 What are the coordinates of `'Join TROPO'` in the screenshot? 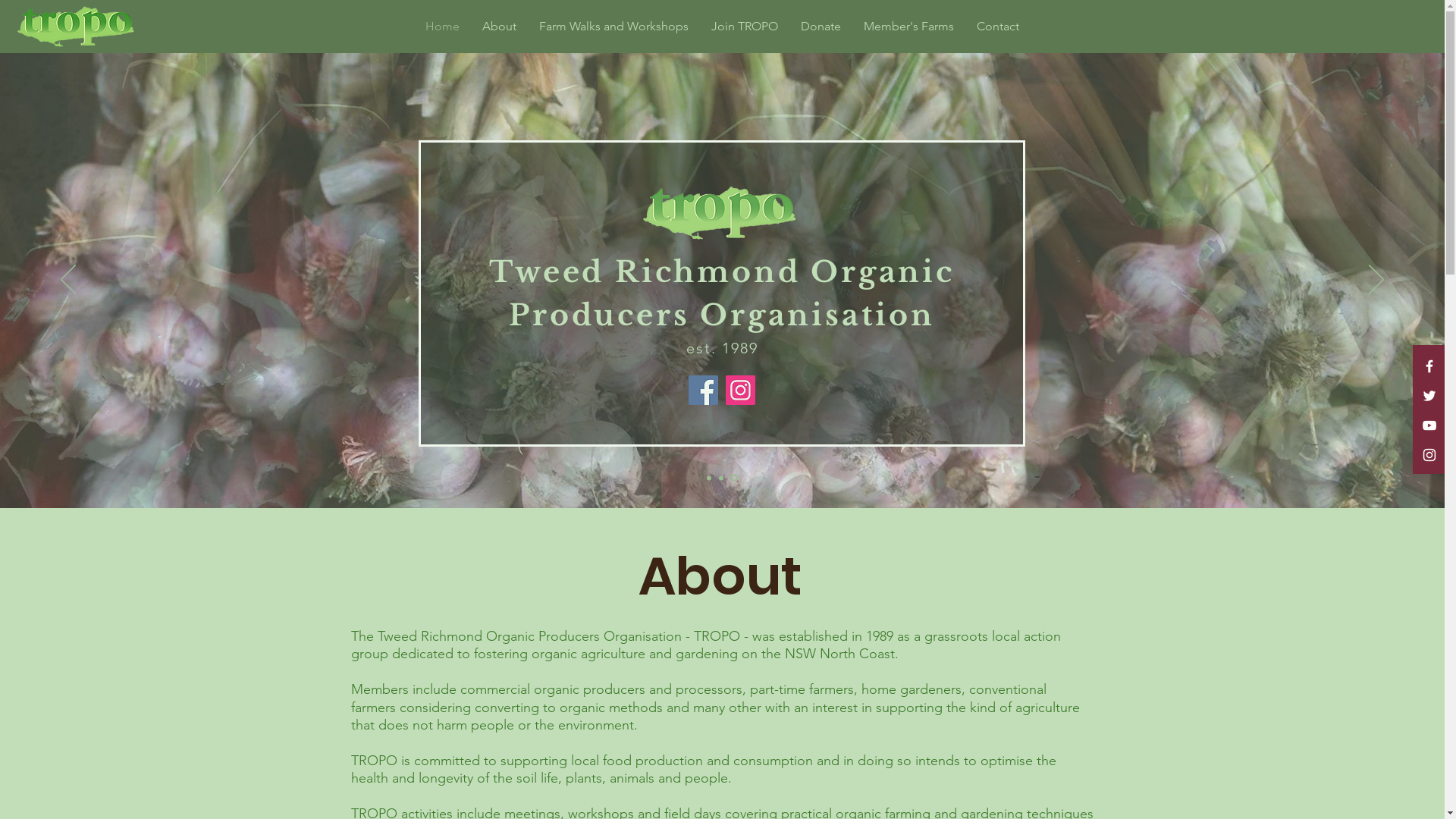 It's located at (745, 26).